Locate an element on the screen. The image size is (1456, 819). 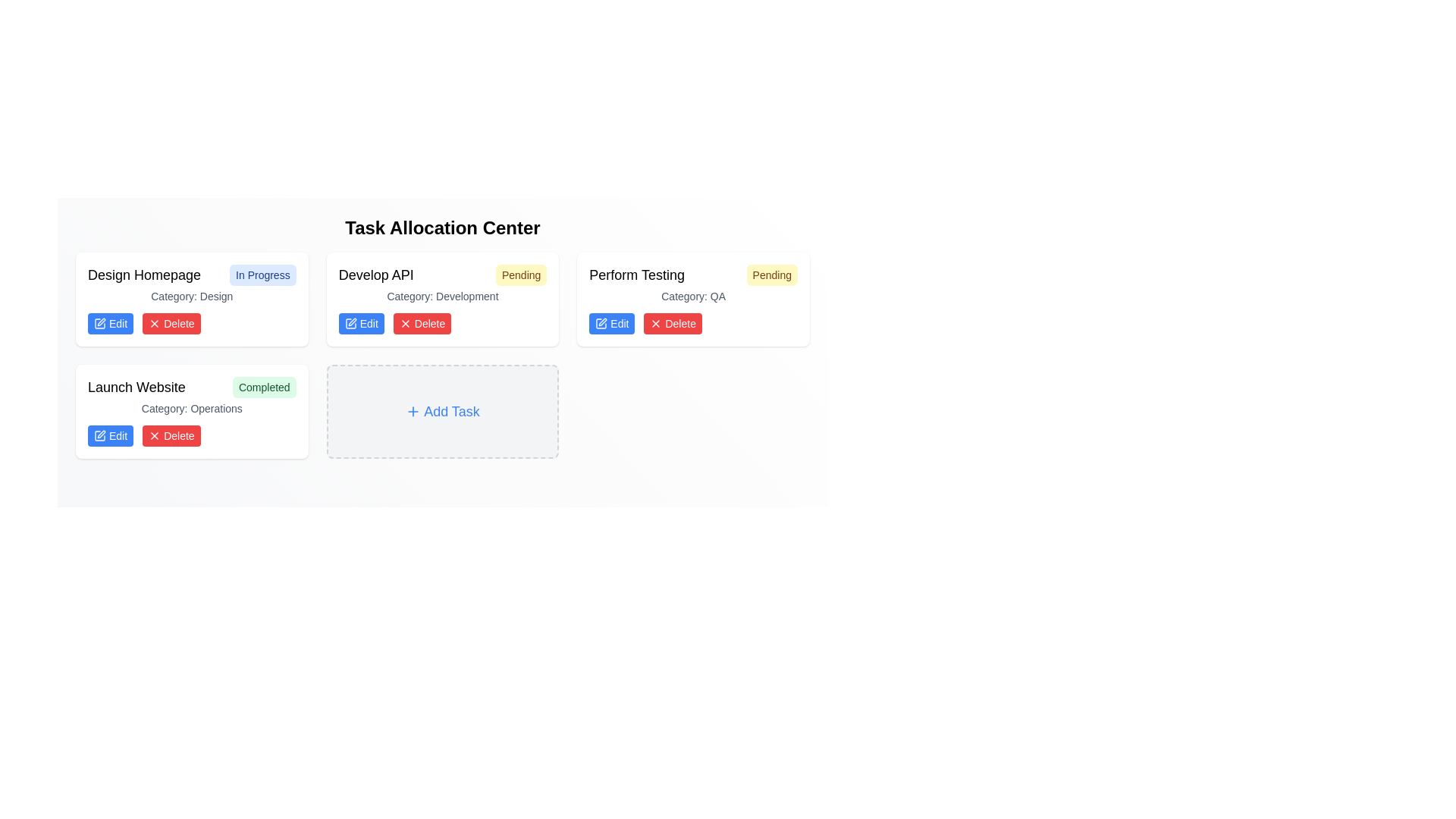
the 'Edit' button located in the lower-left portion of the card labeled 'Launch Website,' under the status tag 'Completed' and the category 'Category: Operations' to initiate editing is located at coordinates (110, 435).